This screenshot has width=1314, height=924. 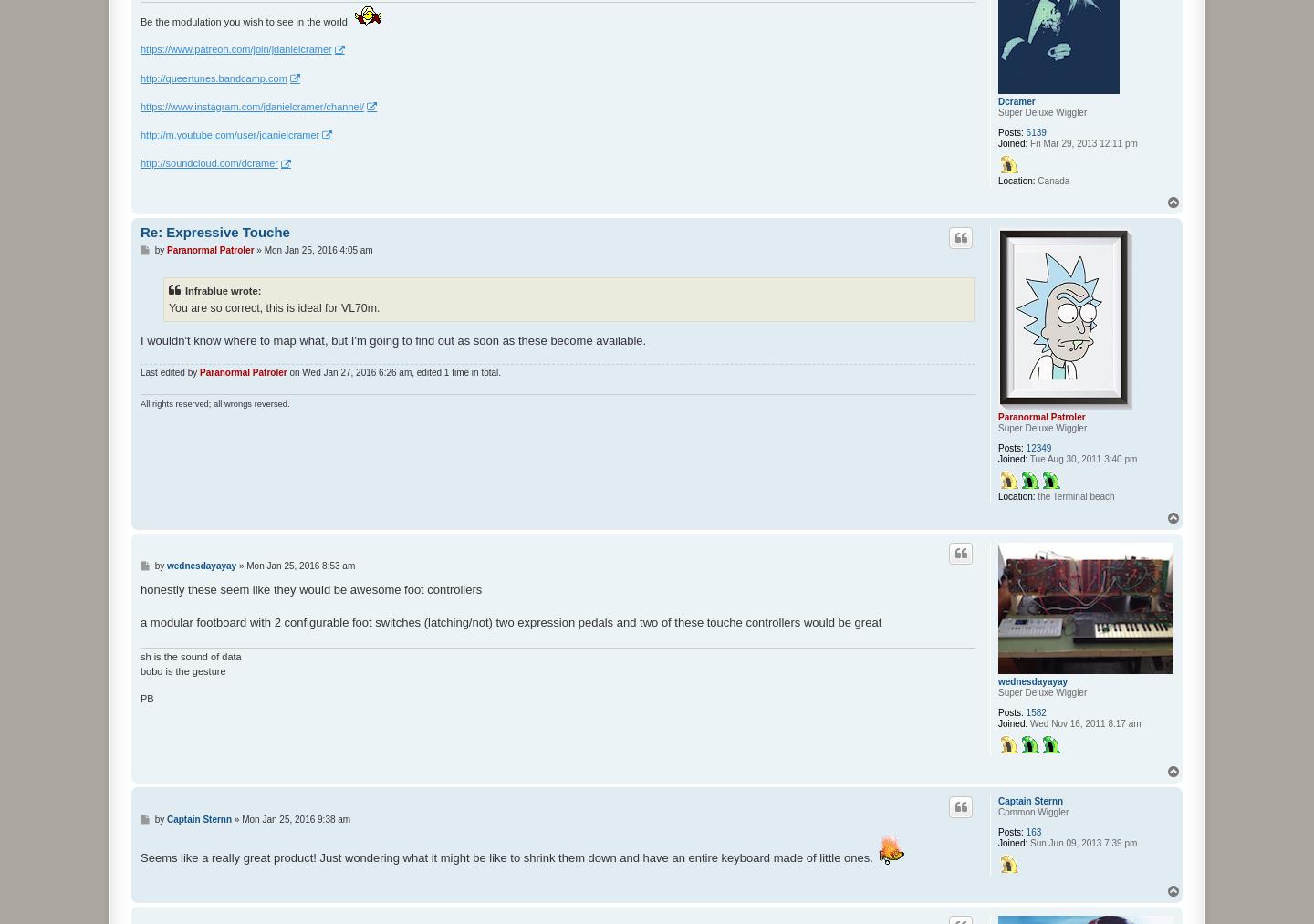 I want to click on 'Mon Jan 25, 2016 8:53 am', so click(x=245, y=564).